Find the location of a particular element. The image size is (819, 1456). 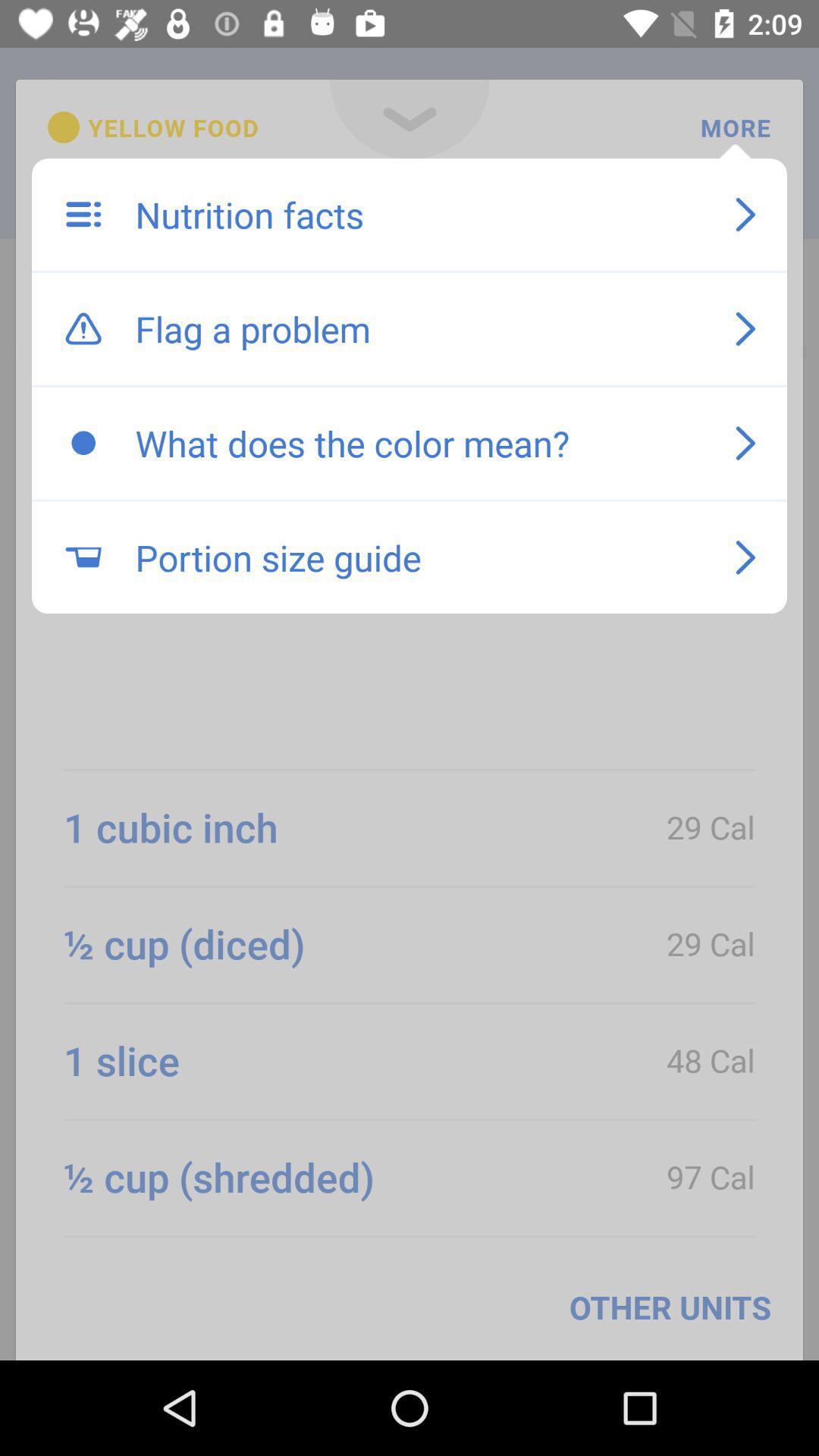

the flag a problem is located at coordinates (419, 328).